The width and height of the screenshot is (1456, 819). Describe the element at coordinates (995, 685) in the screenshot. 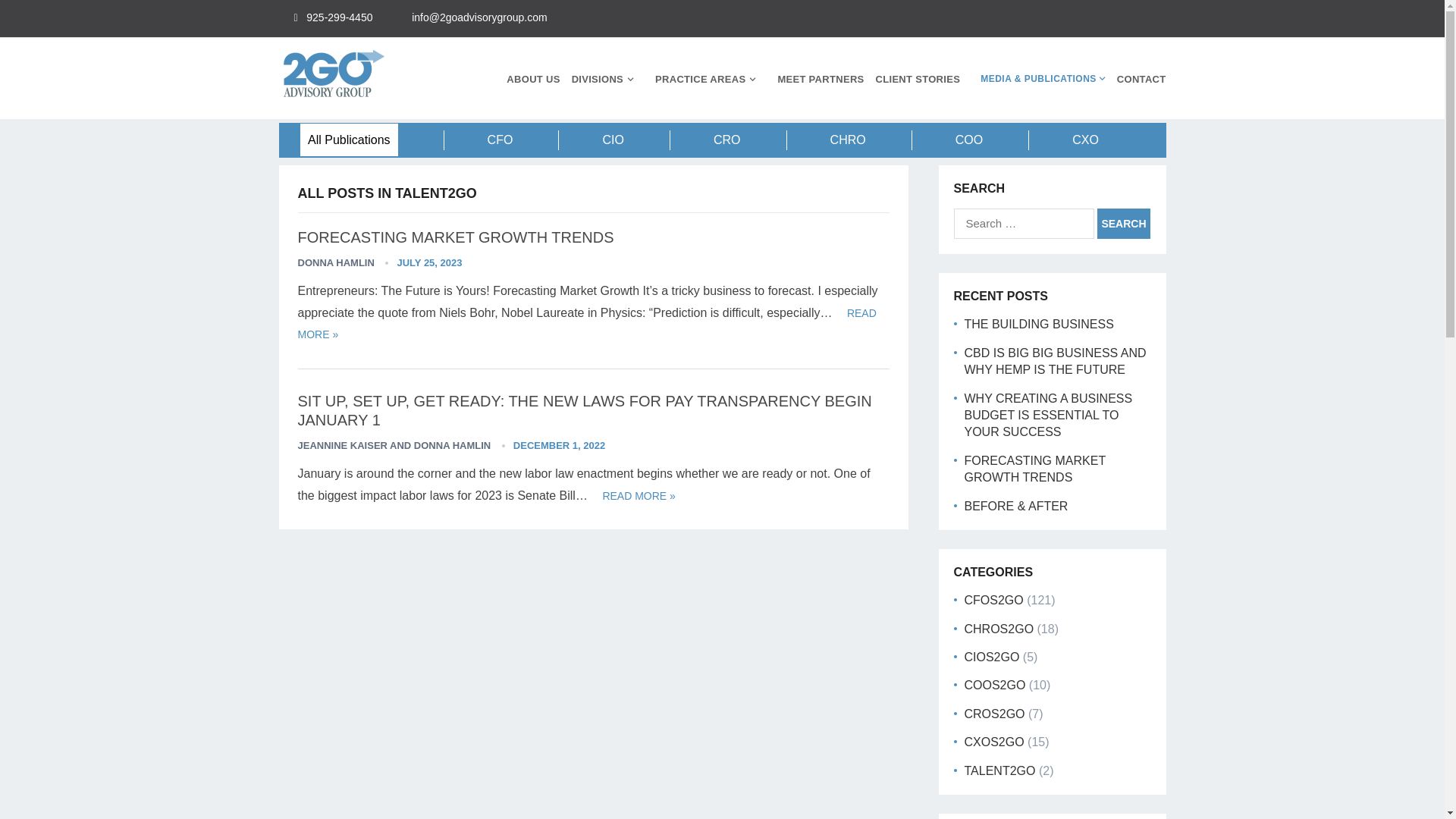

I see `'COOS2GO'` at that location.